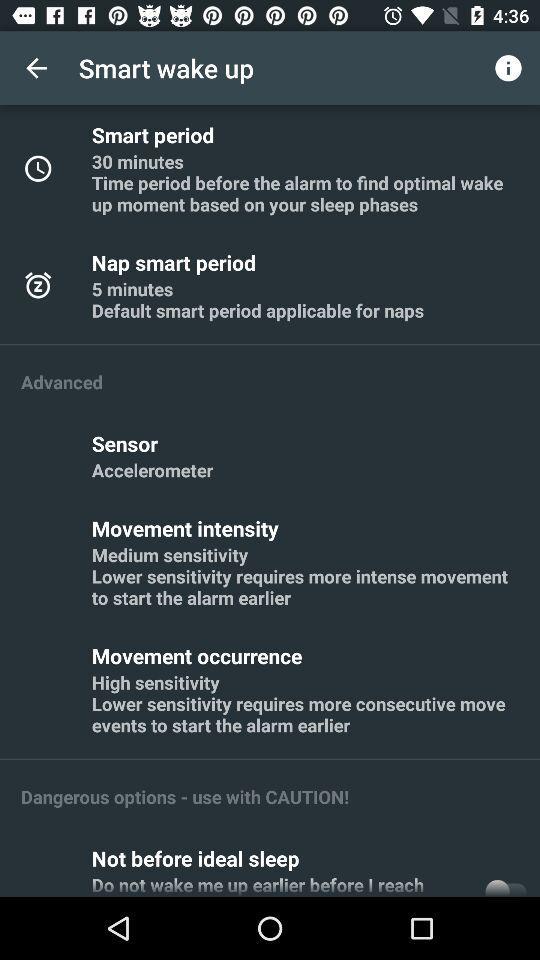 The height and width of the screenshot is (960, 540). What do you see at coordinates (188, 527) in the screenshot?
I see `item above the medium sensitivity lower item` at bounding box center [188, 527].